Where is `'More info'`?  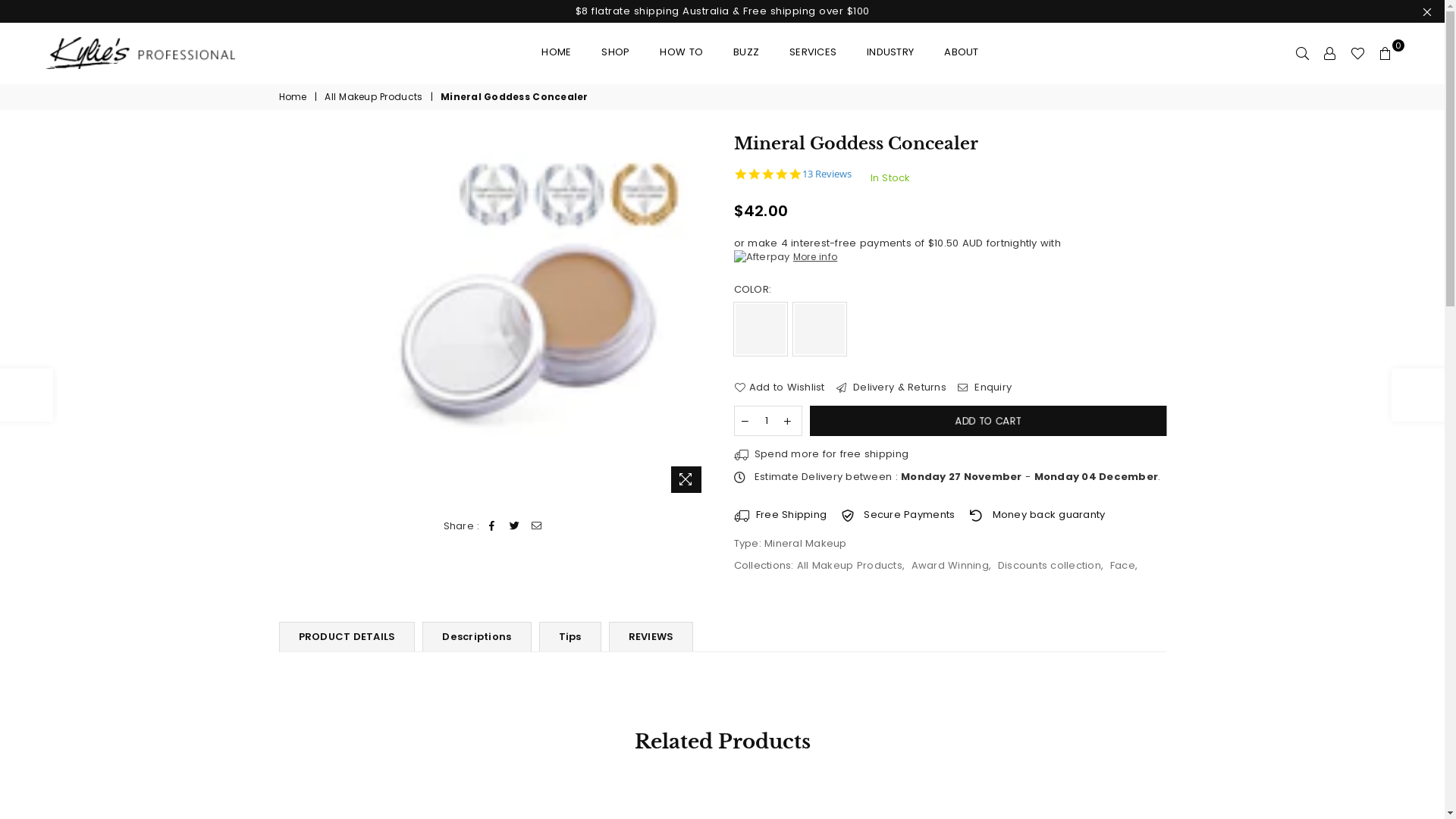 'More info' is located at coordinates (786, 256).